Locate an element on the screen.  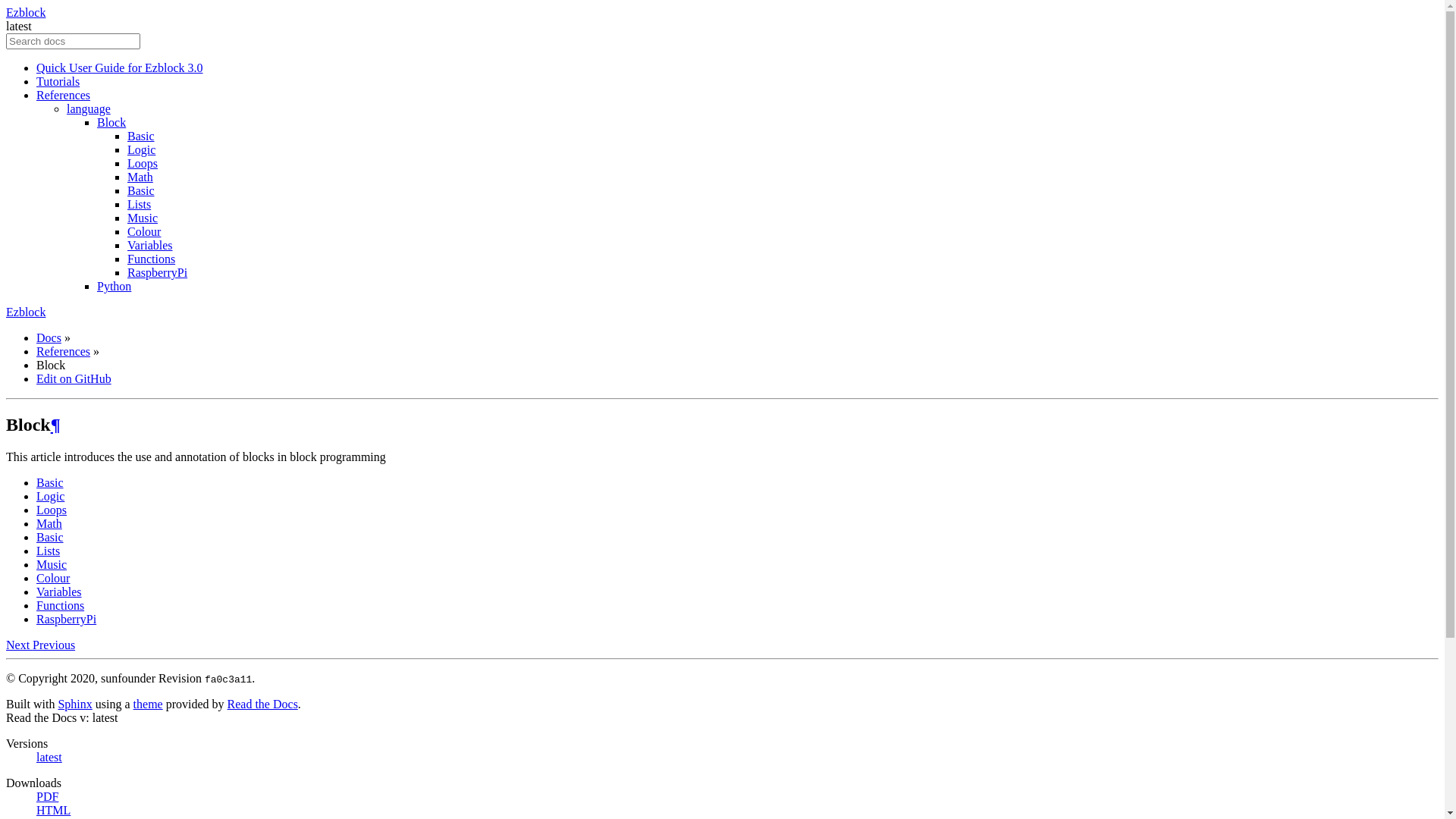
'Variables' is located at coordinates (36, 591).